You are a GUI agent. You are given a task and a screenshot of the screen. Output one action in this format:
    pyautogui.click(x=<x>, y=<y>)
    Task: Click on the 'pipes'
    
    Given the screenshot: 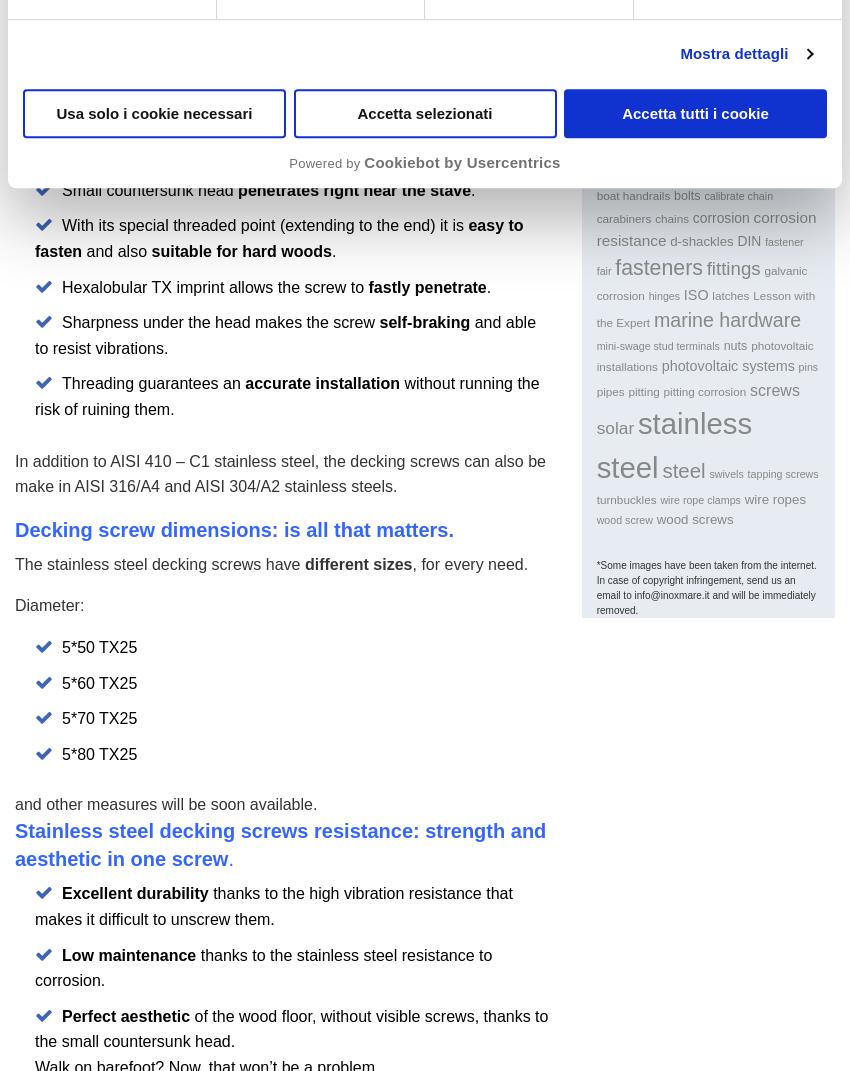 What is the action you would take?
    pyautogui.click(x=595, y=390)
    